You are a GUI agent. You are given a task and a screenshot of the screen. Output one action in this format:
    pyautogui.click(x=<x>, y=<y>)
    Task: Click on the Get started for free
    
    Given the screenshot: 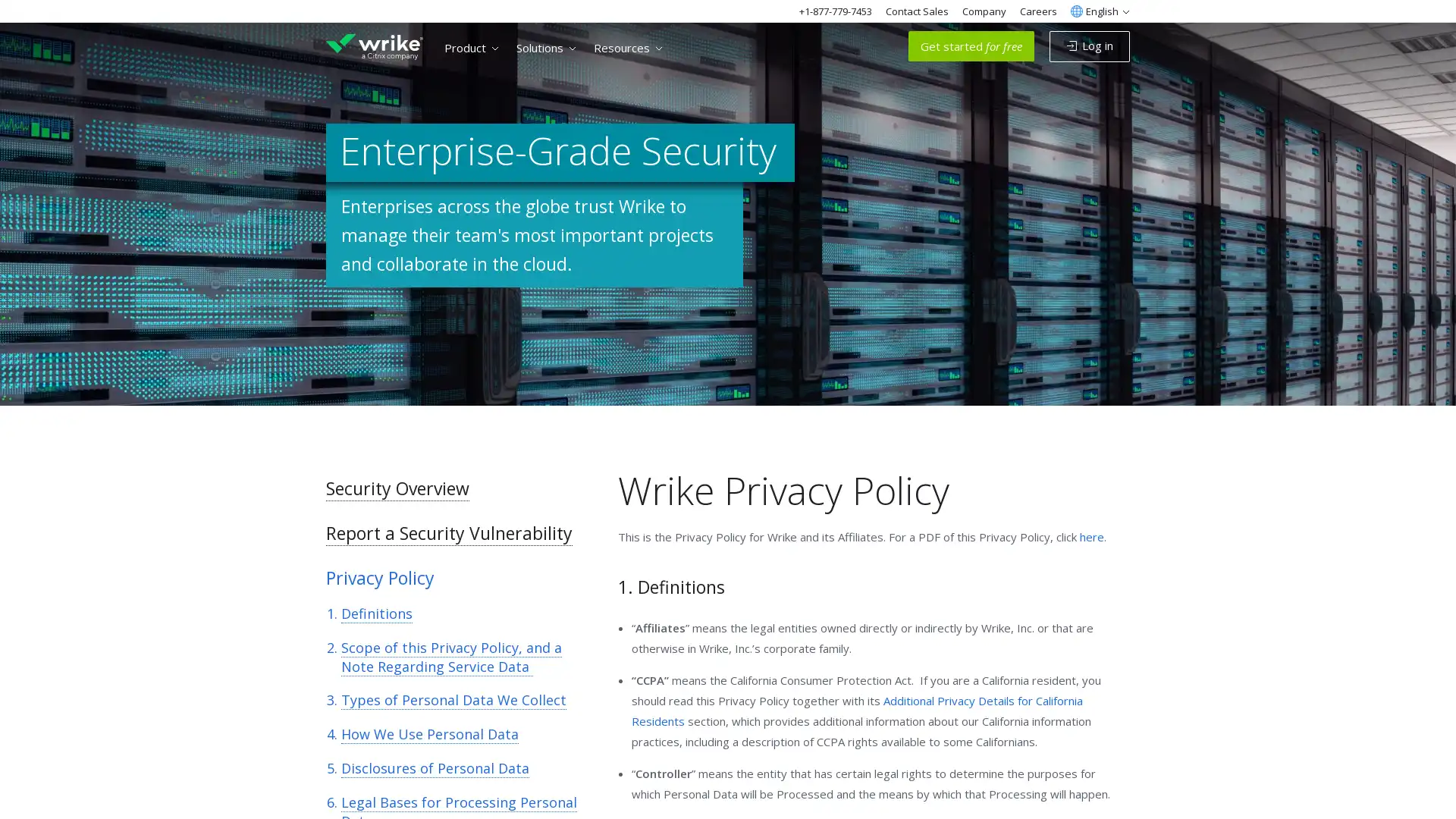 What is the action you would take?
    pyautogui.click(x=971, y=45)
    